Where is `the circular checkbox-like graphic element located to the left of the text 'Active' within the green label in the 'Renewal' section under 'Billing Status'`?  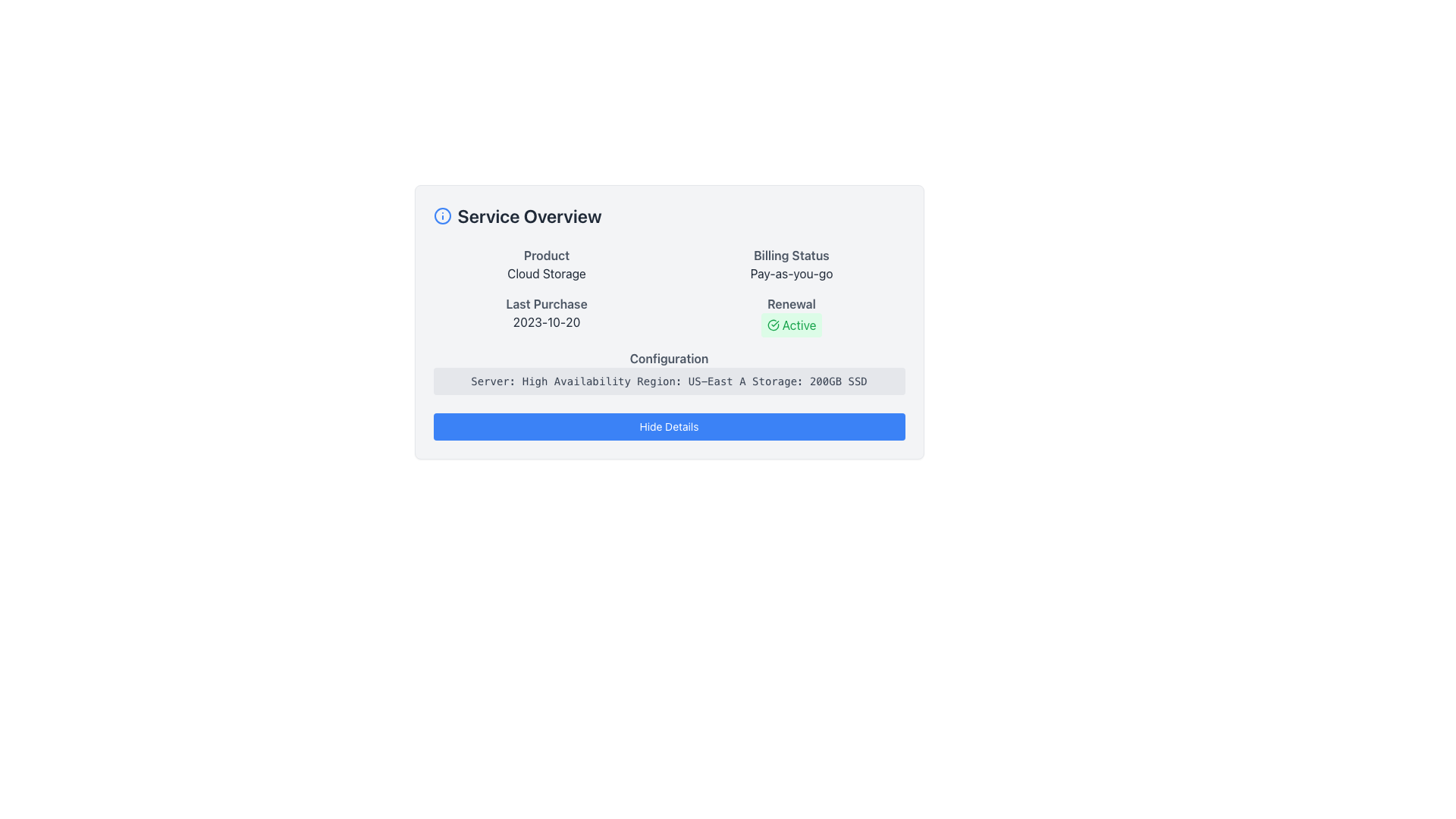 the circular checkbox-like graphic element located to the left of the text 'Active' within the green label in the 'Renewal' section under 'Billing Status' is located at coordinates (773, 324).